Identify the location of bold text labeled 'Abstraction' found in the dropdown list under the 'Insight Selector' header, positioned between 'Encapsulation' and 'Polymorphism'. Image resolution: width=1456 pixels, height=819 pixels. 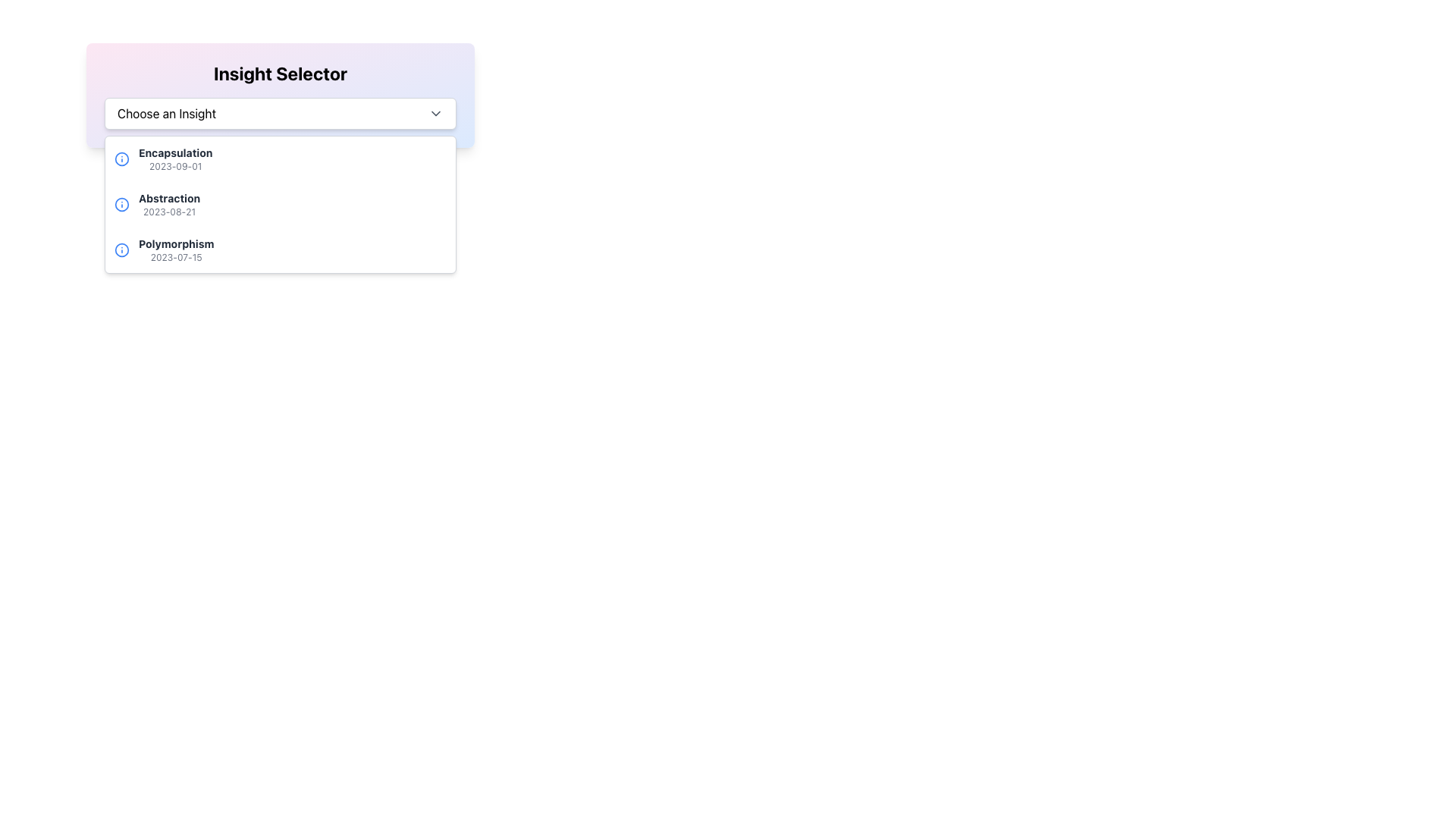
(169, 198).